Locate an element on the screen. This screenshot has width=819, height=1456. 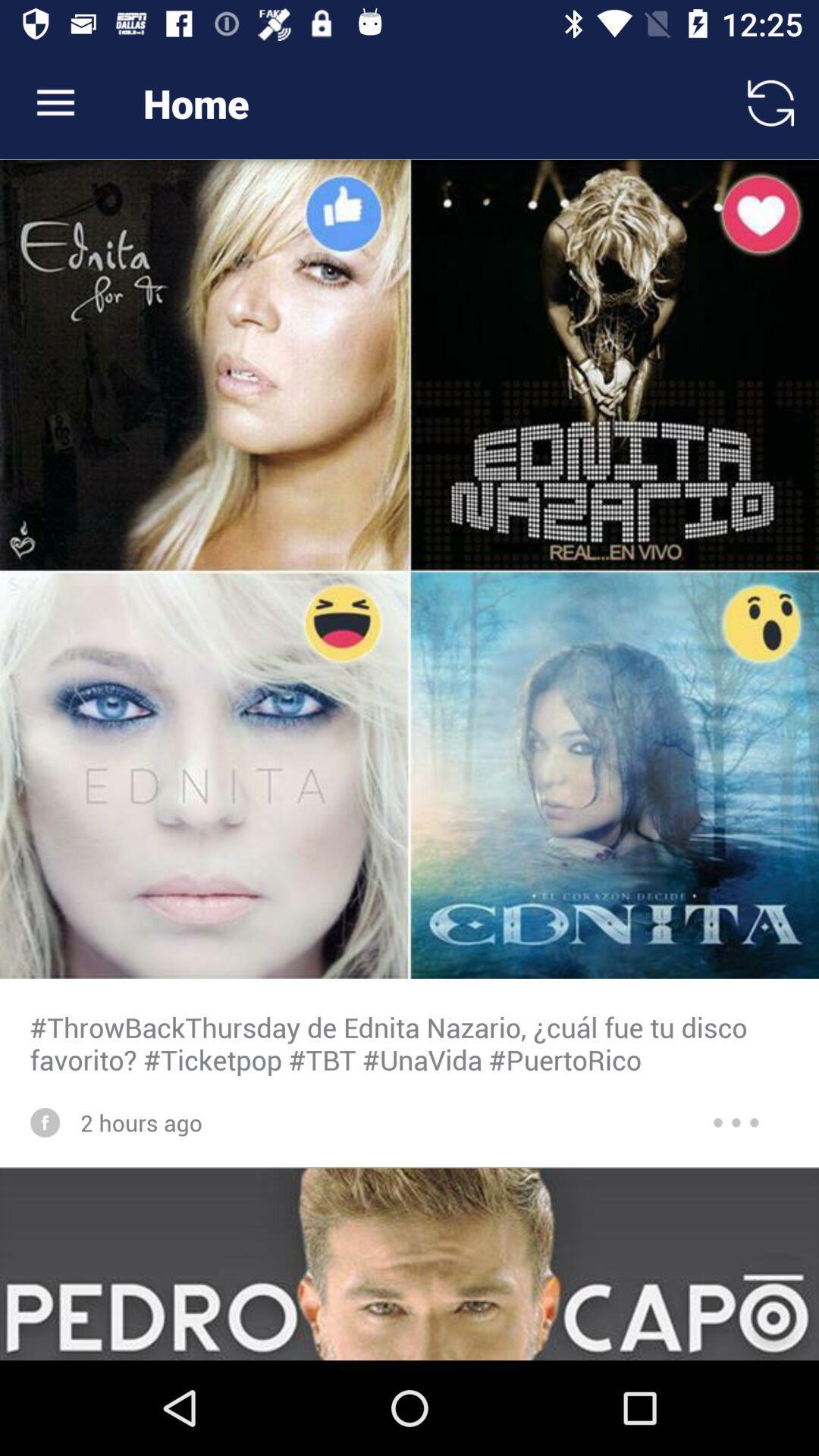
icon to the left of home icon is located at coordinates (55, 102).